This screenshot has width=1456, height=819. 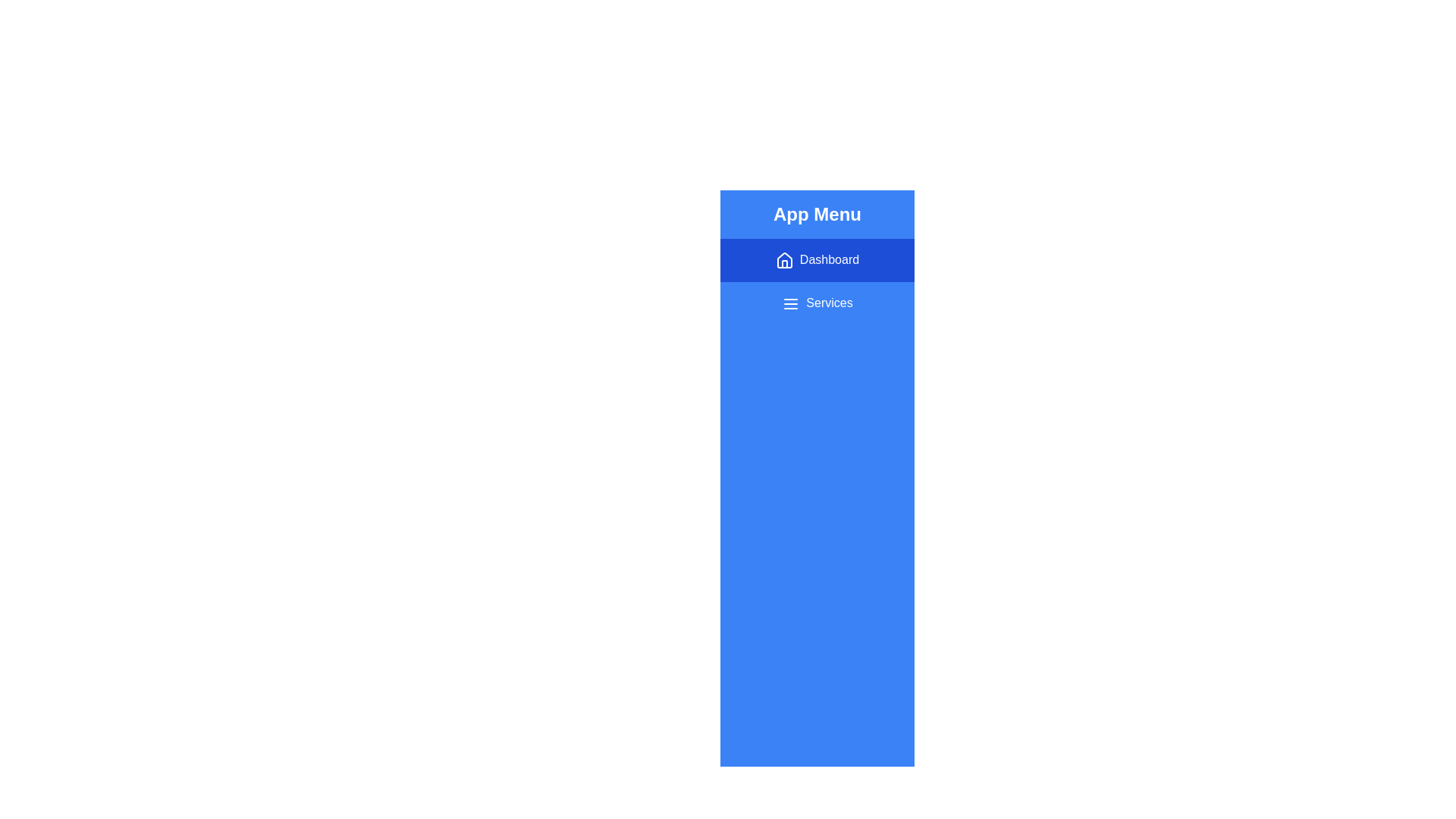 What do you see at coordinates (817, 303) in the screenshot?
I see `the 'Services' button with a blue background and white text` at bounding box center [817, 303].